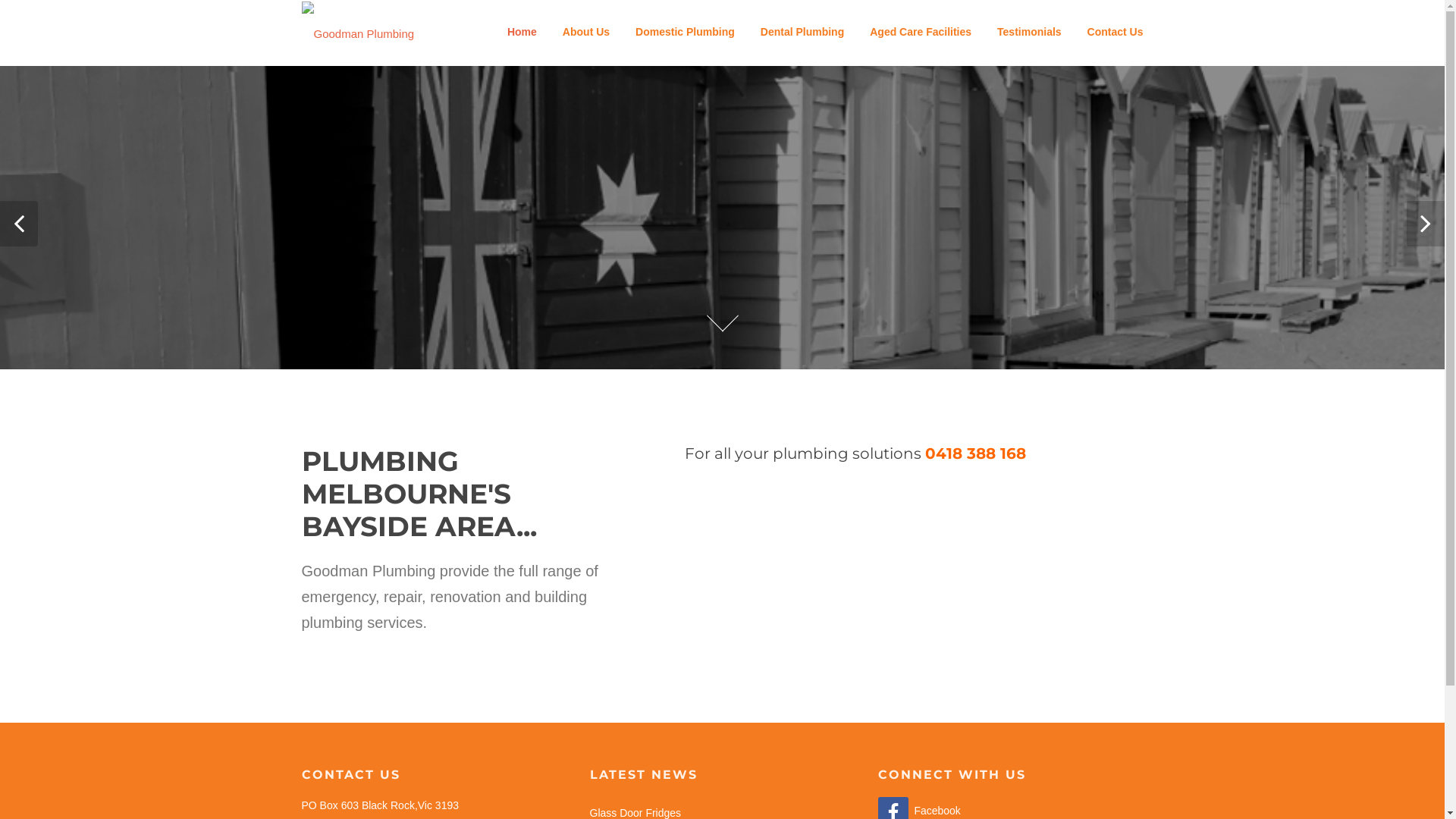 This screenshot has height=819, width=1456. I want to click on 'Contact Us', so click(1109, 32).